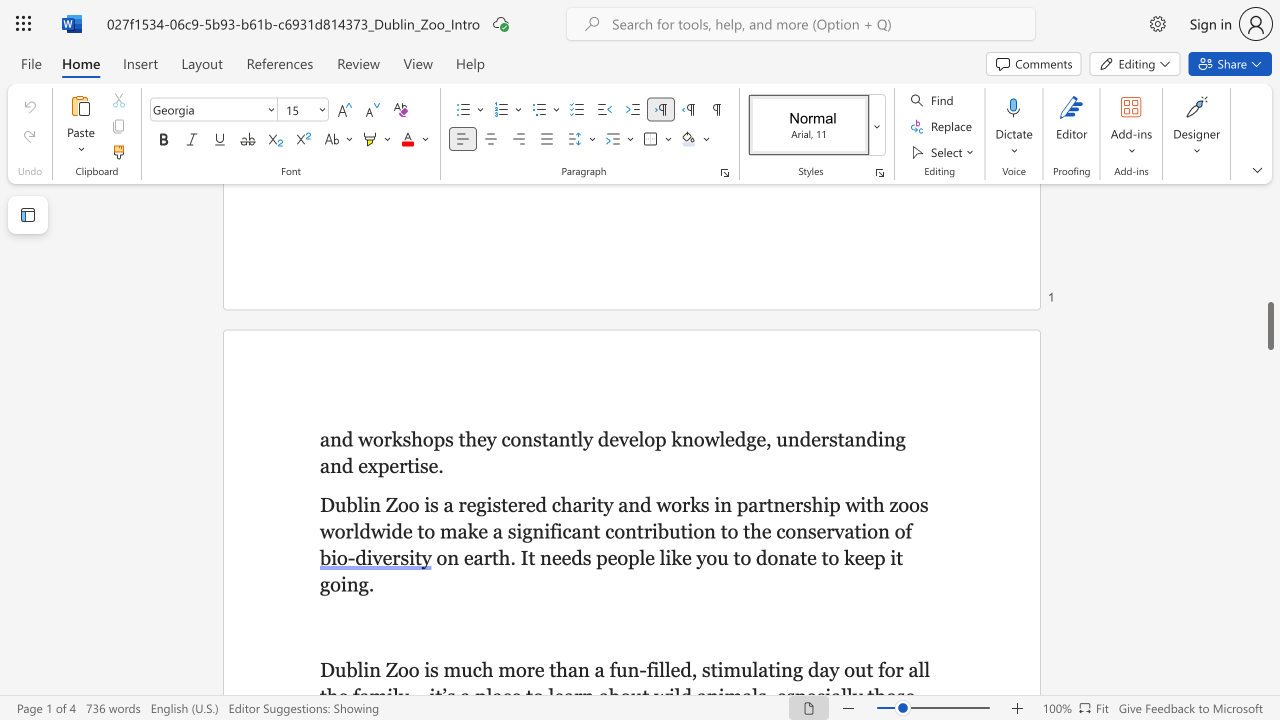 This screenshot has height=720, width=1280. Describe the element at coordinates (343, 584) in the screenshot. I see `the 3th character "i" in the text` at that location.